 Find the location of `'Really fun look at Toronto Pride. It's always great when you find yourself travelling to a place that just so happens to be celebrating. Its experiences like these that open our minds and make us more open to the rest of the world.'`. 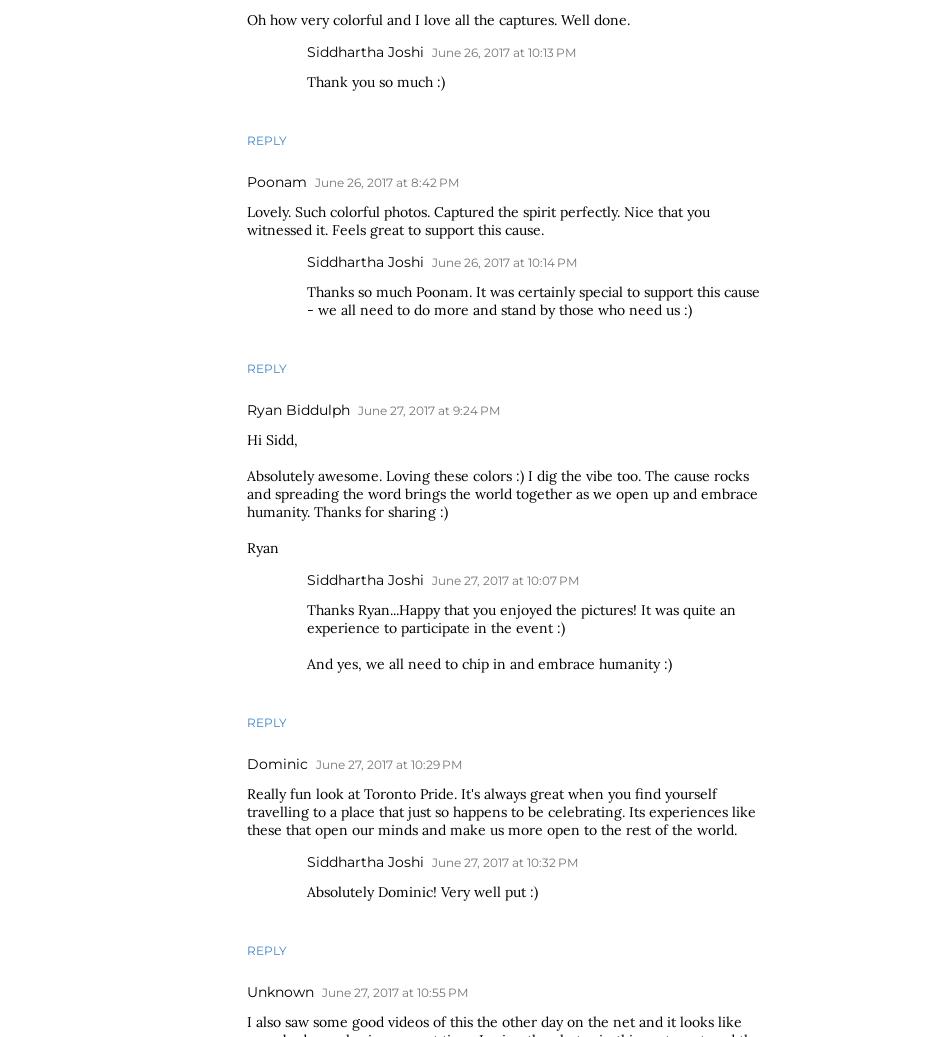

'Really fun look at Toronto Pride. It's always great when you find yourself travelling to a place that just so happens to be celebrating. Its experiences like these that open our minds and make us more open to the rest of the world.' is located at coordinates (501, 811).